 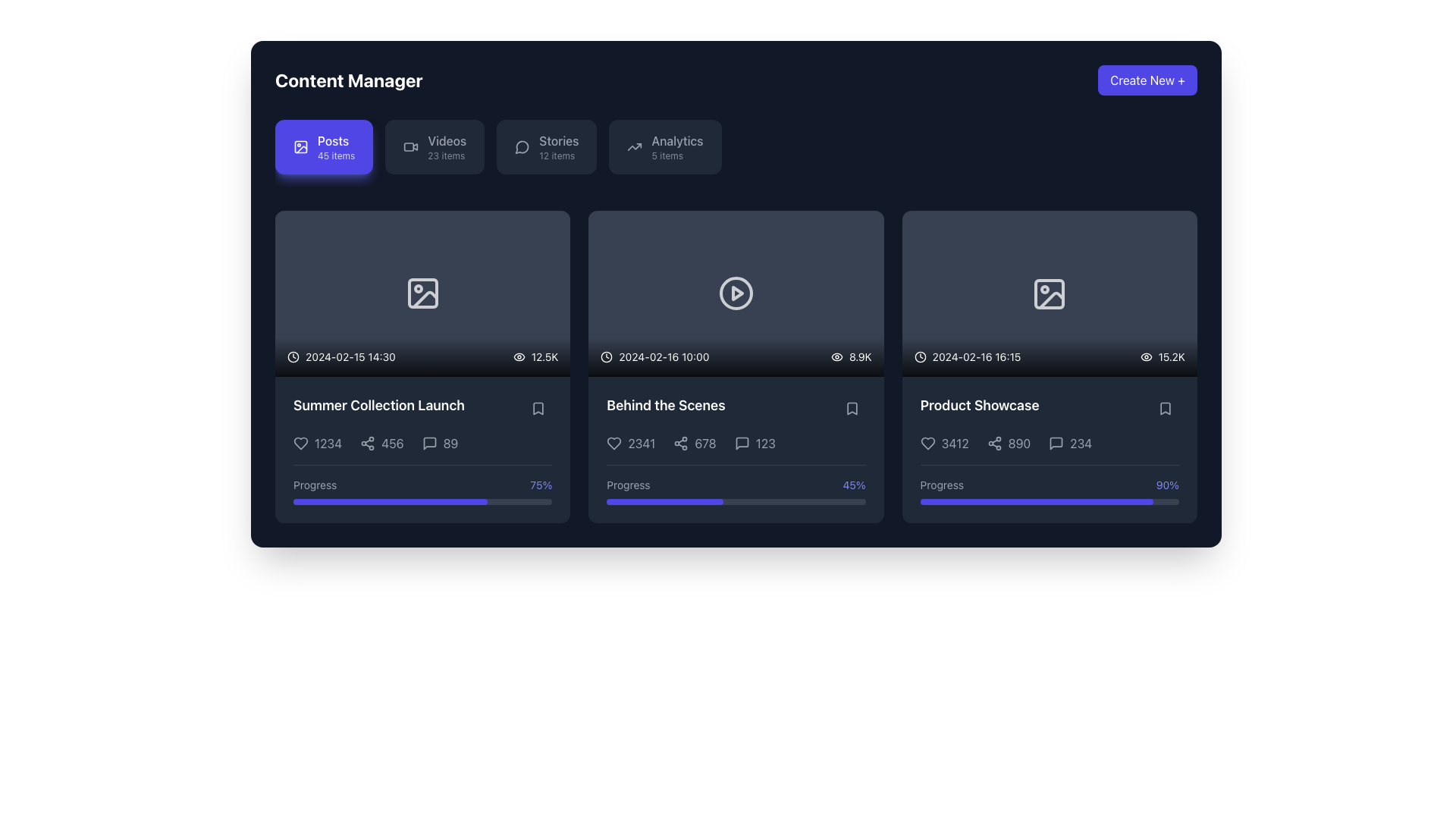 What do you see at coordinates (538, 408) in the screenshot?
I see `the SVG-based bookmark icon located in the 'Summer Collection Launch' section, positioned next to the heart-shaped icon` at bounding box center [538, 408].